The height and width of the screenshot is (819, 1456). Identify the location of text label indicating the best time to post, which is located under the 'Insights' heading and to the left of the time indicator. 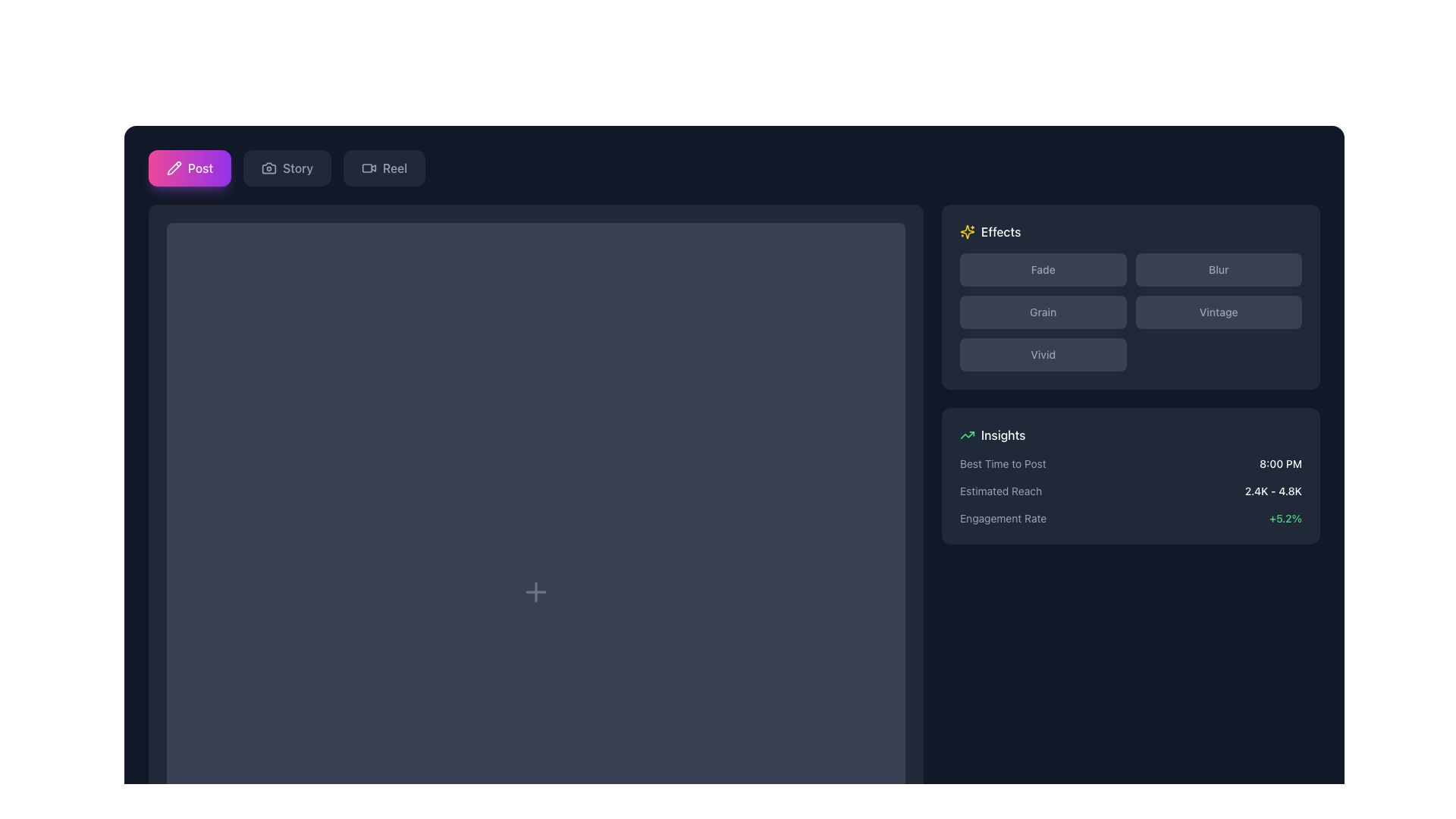
(1003, 463).